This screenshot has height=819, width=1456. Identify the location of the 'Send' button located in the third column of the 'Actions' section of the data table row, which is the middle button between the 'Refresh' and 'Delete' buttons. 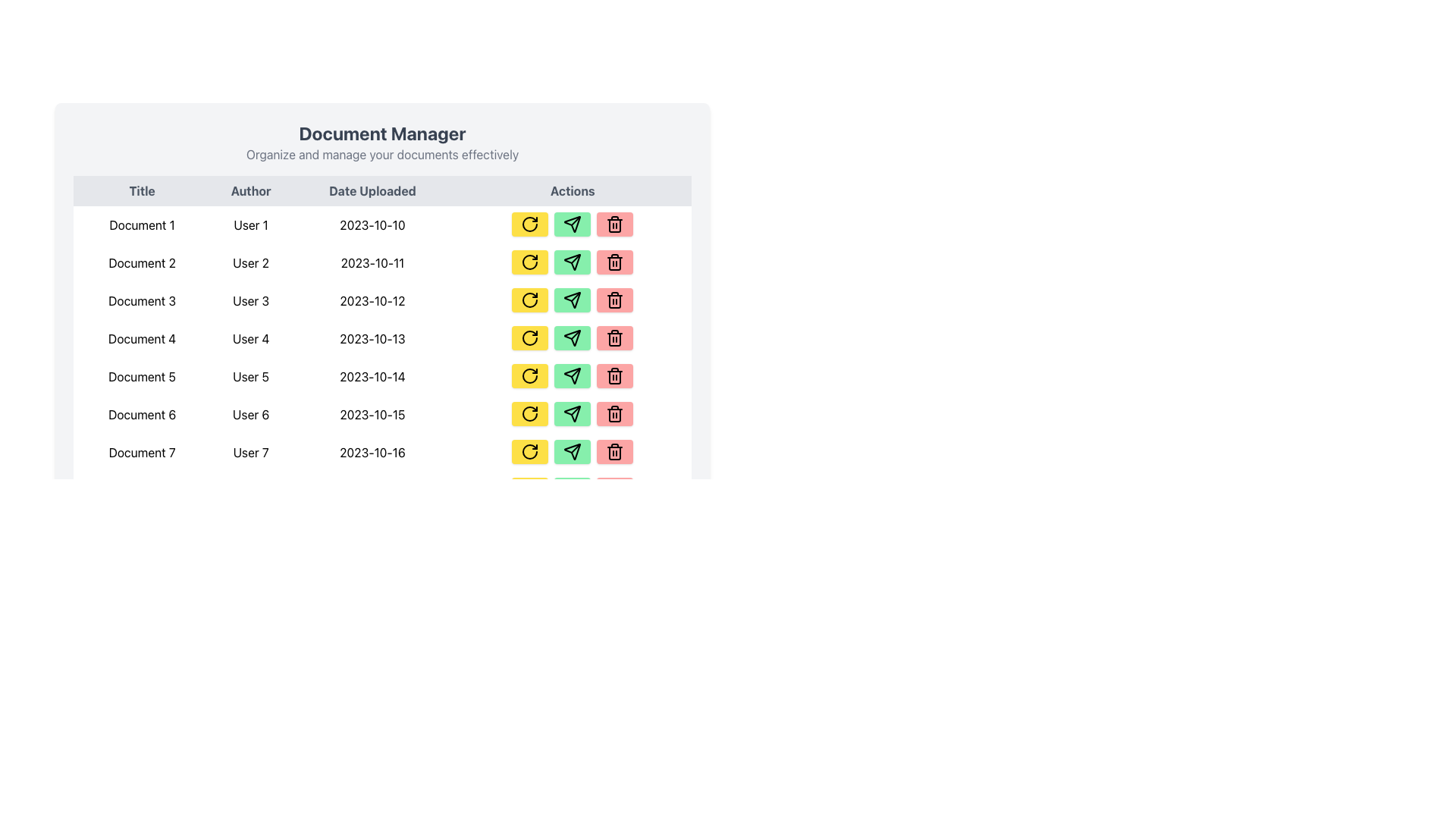
(572, 641).